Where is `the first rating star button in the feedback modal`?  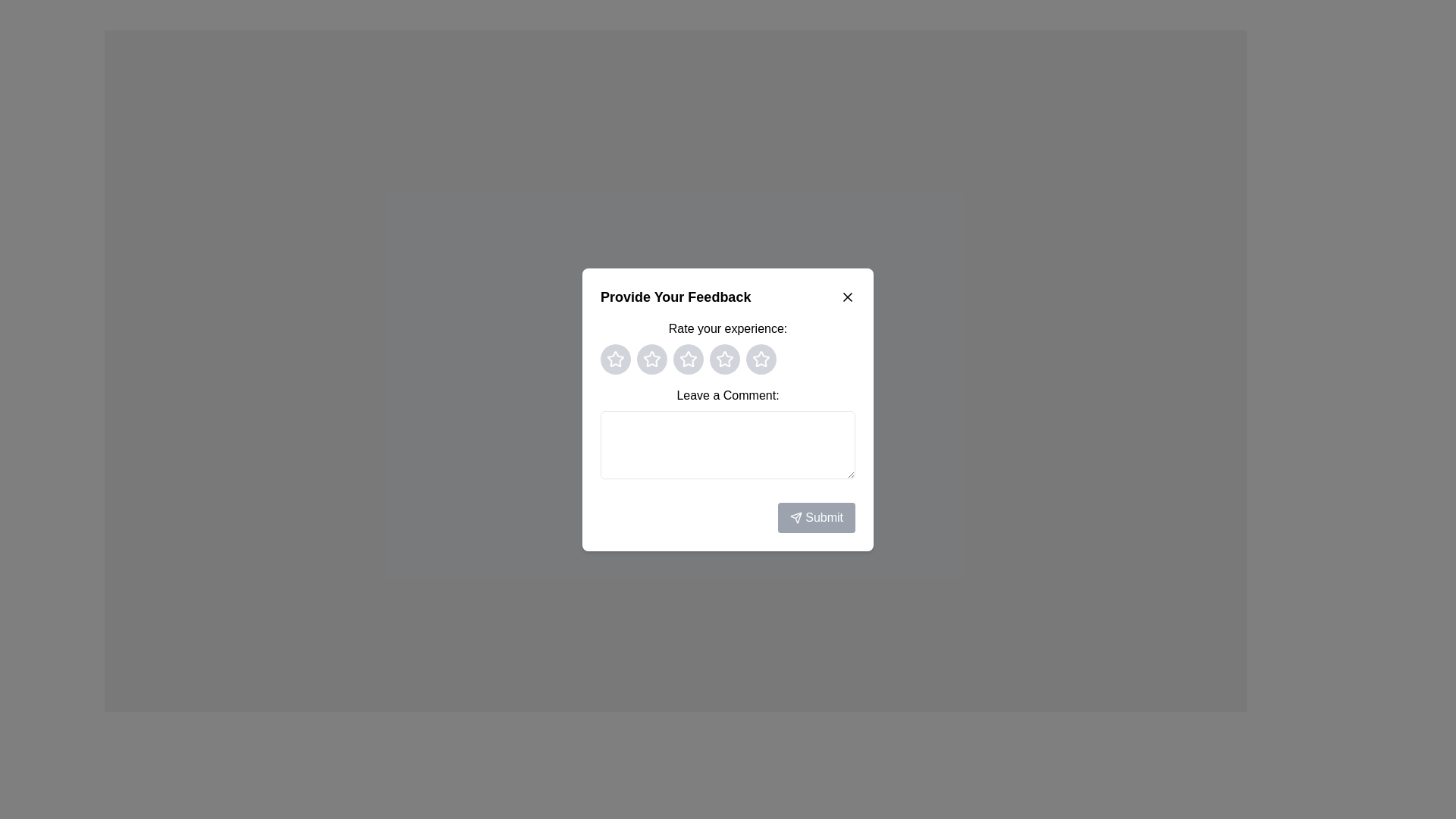 the first rating star button in the feedback modal is located at coordinates (615, 359).